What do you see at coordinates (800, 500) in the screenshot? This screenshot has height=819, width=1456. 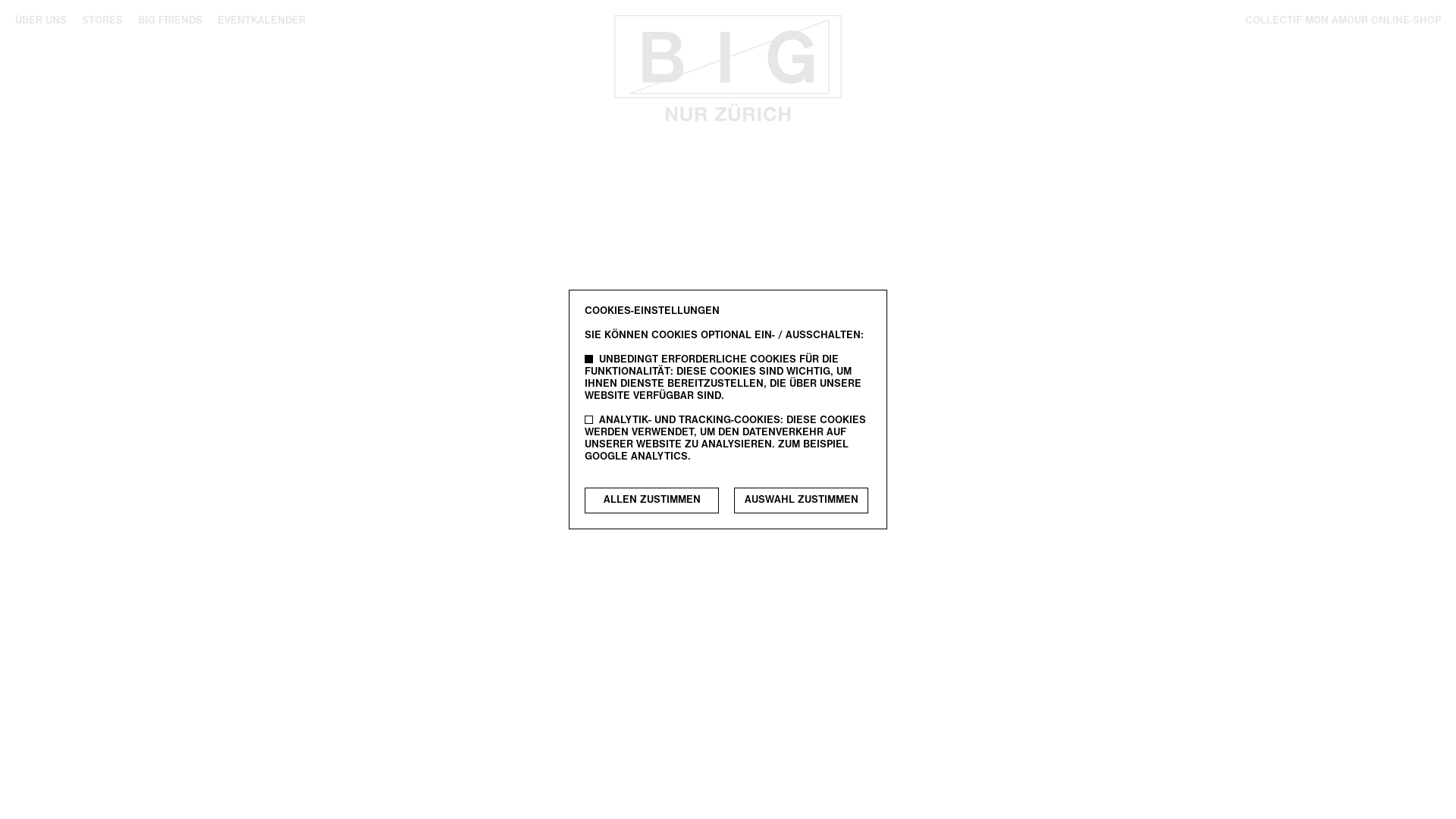 I see `'AUSWAHL ZUSTIMMEN'` at bounding box center [800, 500].